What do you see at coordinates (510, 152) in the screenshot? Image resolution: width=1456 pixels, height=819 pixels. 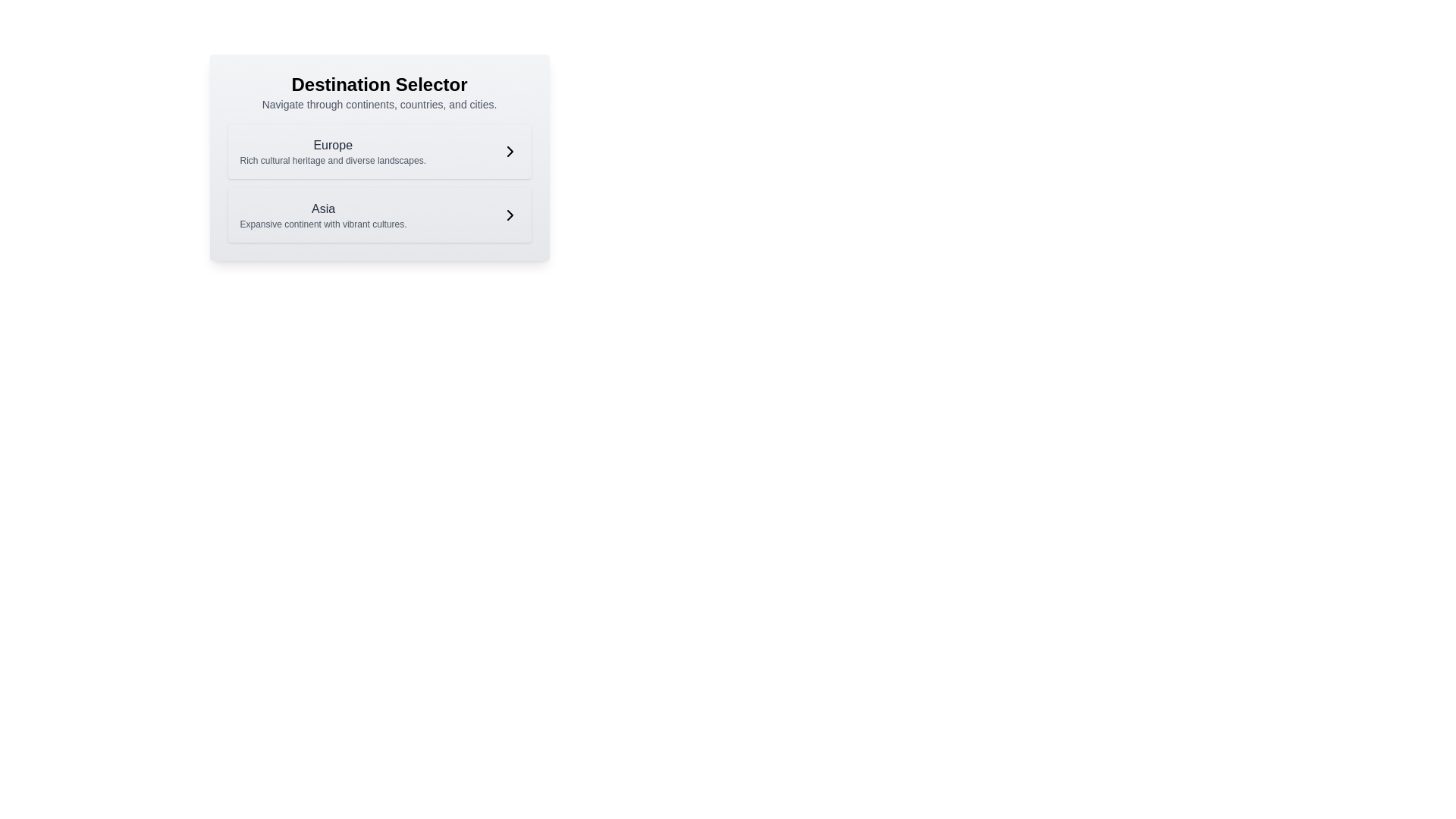 I see `the right-pointing chevron icon located to the far right of the 'Europe' text` at bounding box center [510, 152].